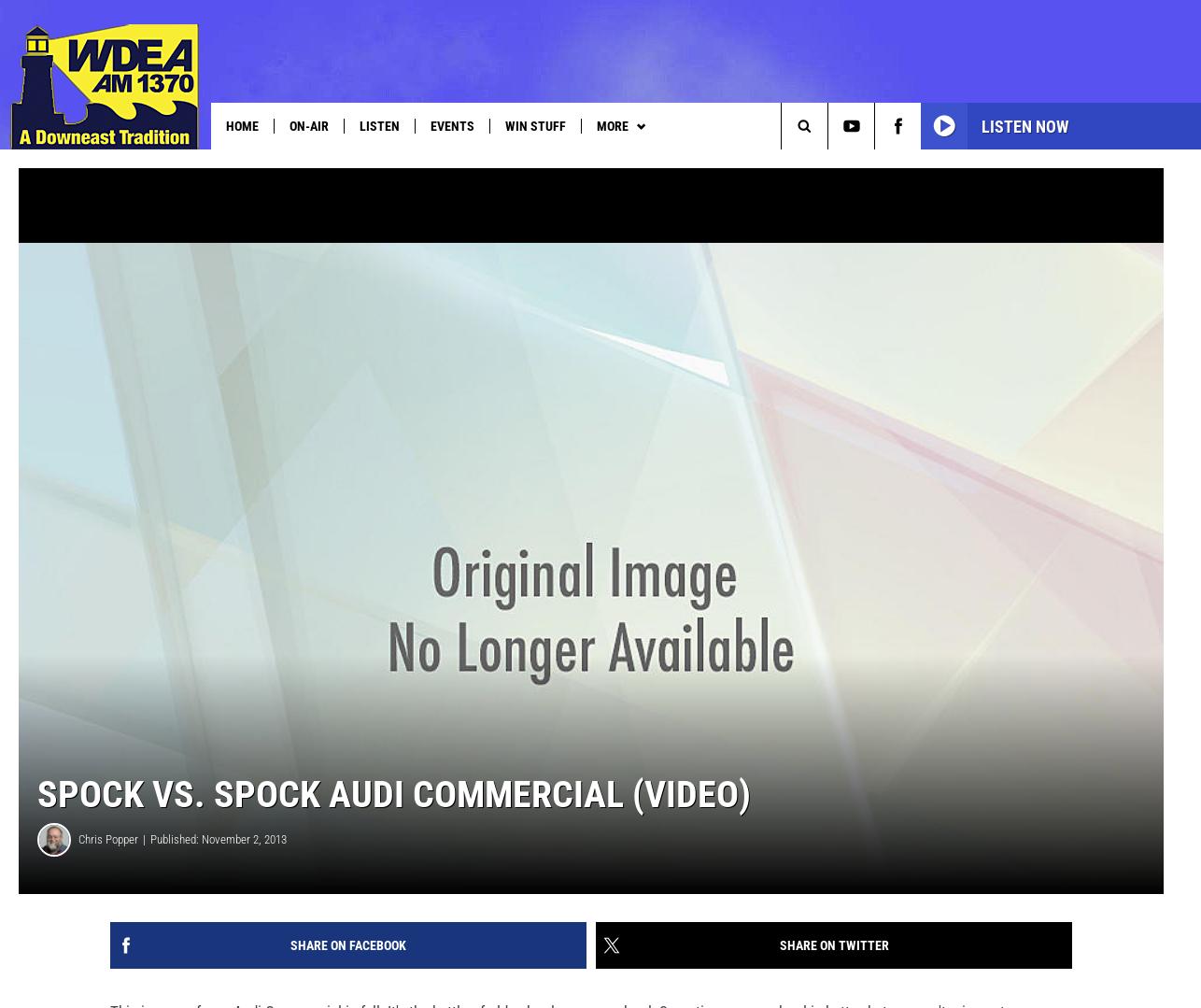 Image resolution: width=1201 pixels, height=1008 pixels. What do you see at coordinates (378, 124) in the screenshot?
I see `'Listen'` at bounding box center [378, 124].